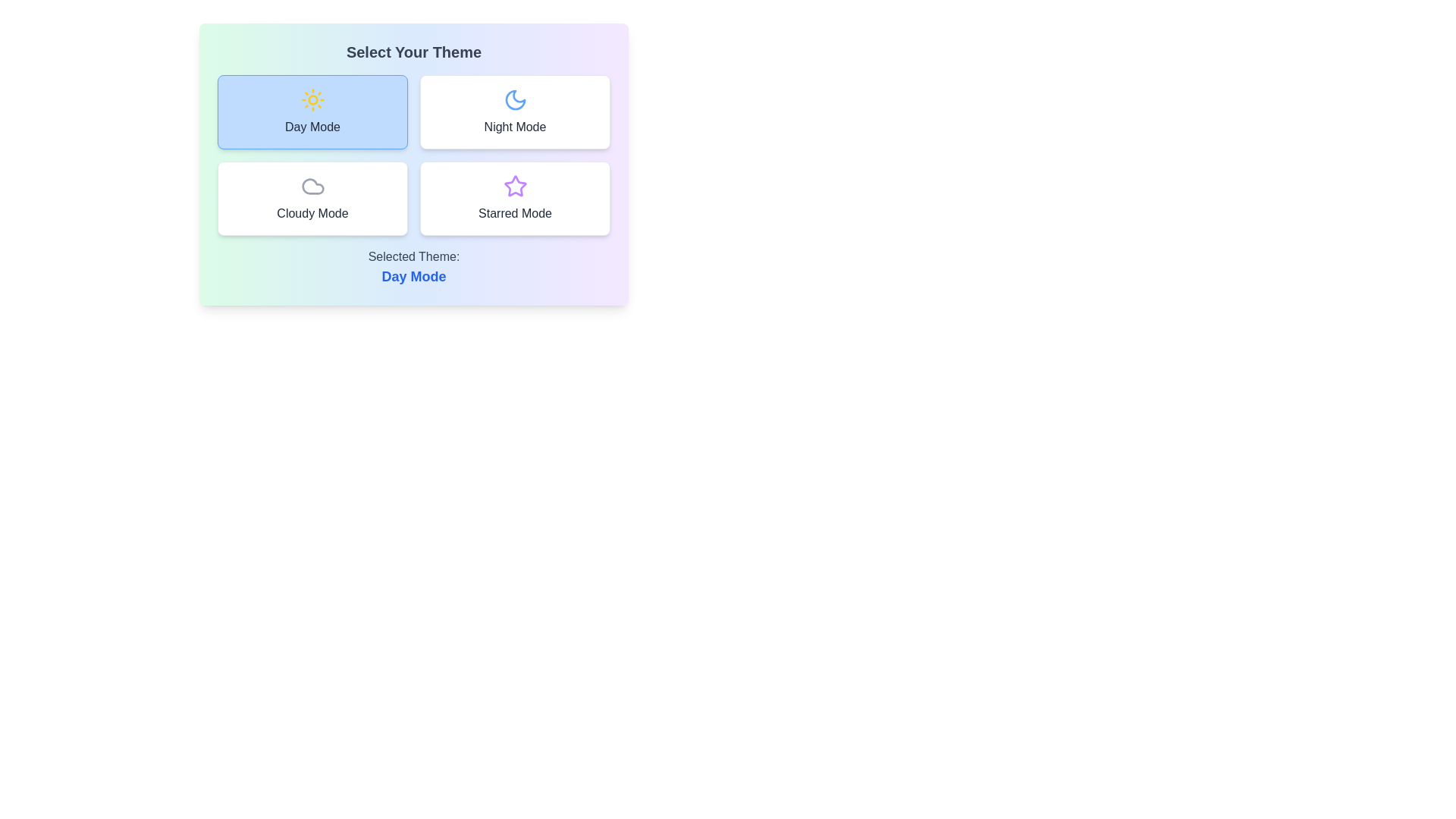  Describe the element at coordinates (515, 198) in the screenshot. I see `the button corresponding to Starred Mode theme to observe its hover effect` at that location.